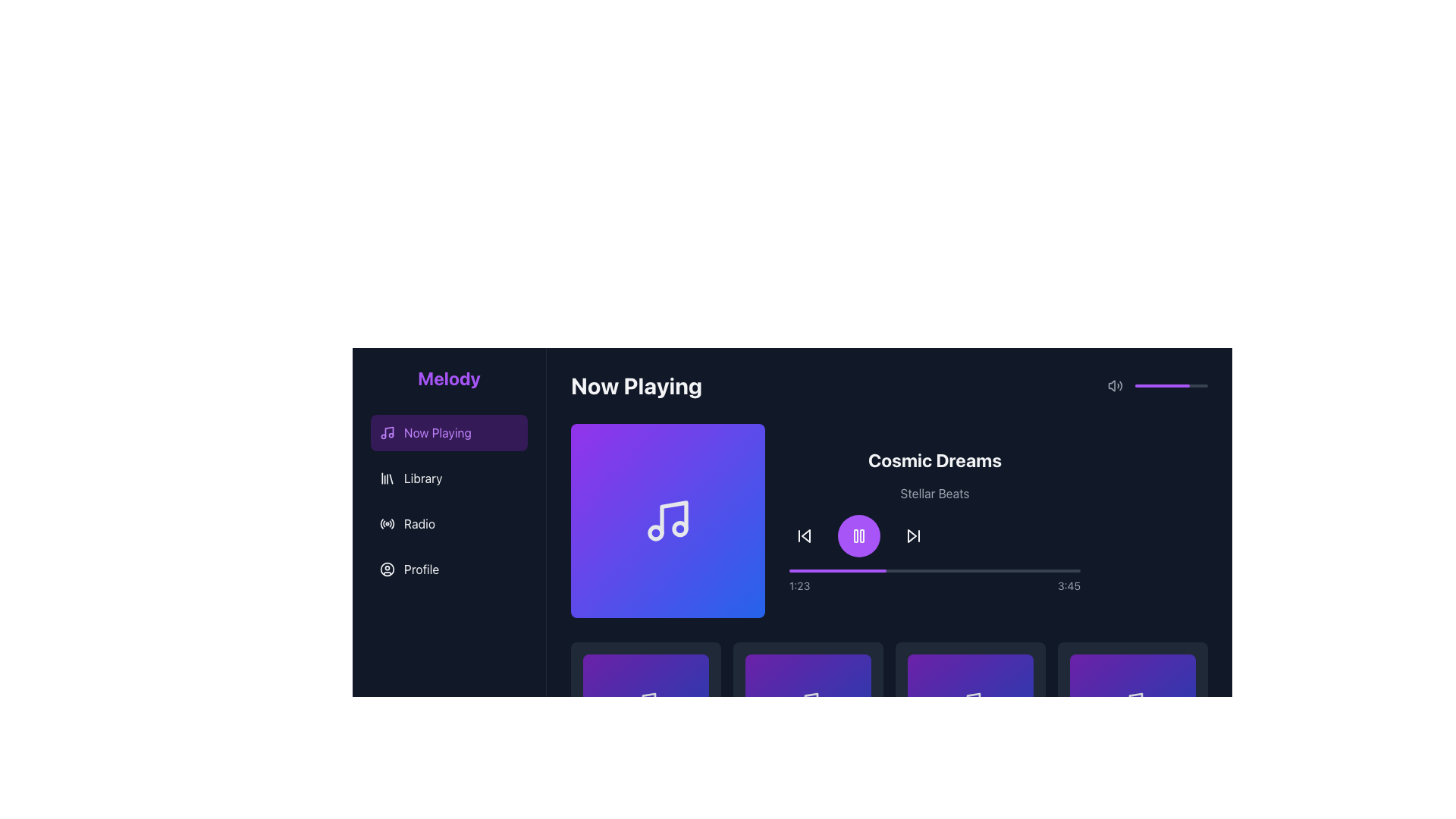 This screenshot has height=819, width=1456. What do you see at coordinates (1186, 385) in the screenshot?
I see `the slider` at bounding box center [1186, 385].